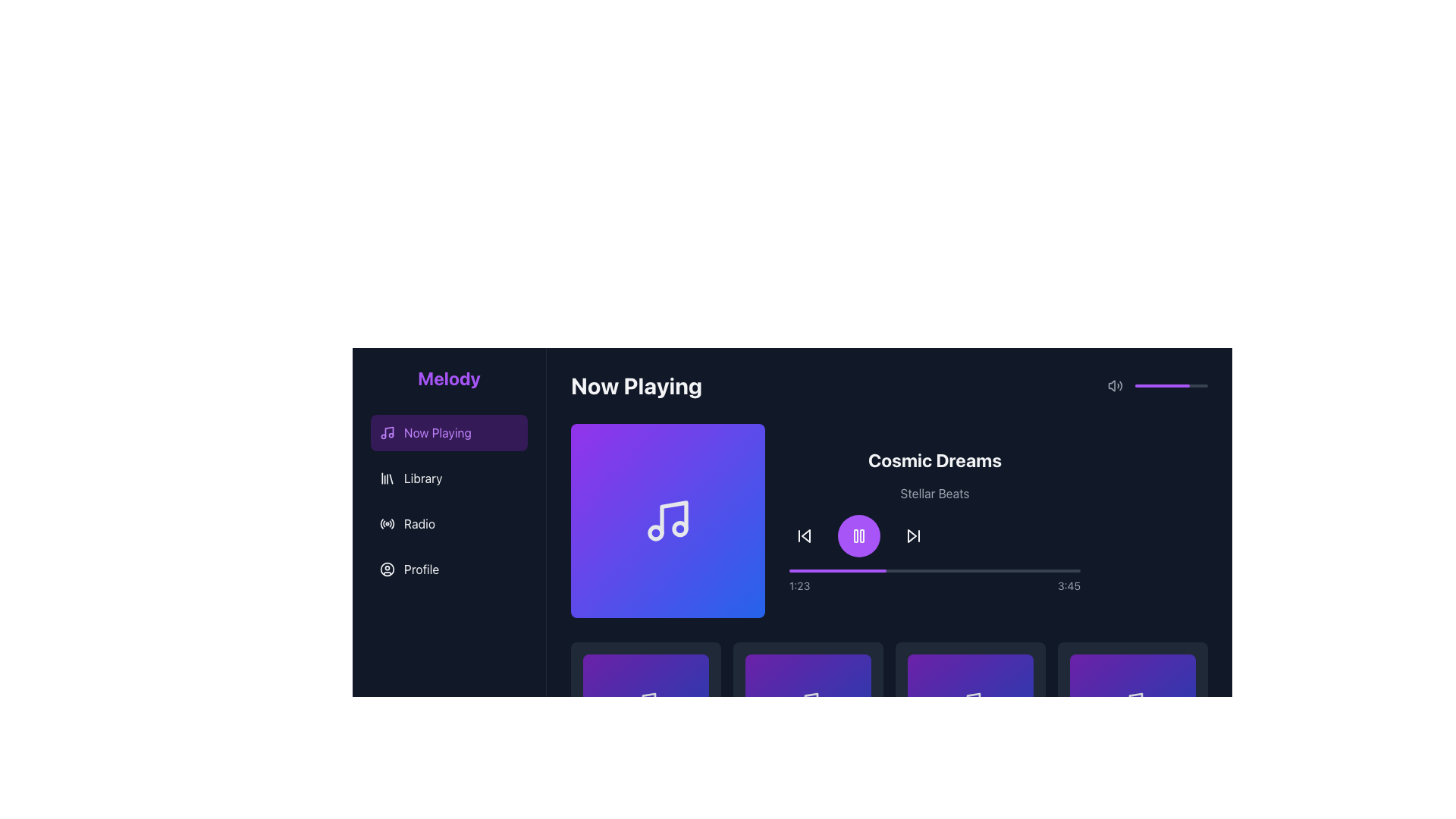 This screenshot has height=819, width=1456. What do you see at coordinates (1186, 385) in the screenshot?
I see `the slider` at bounding box center [1186, 385].